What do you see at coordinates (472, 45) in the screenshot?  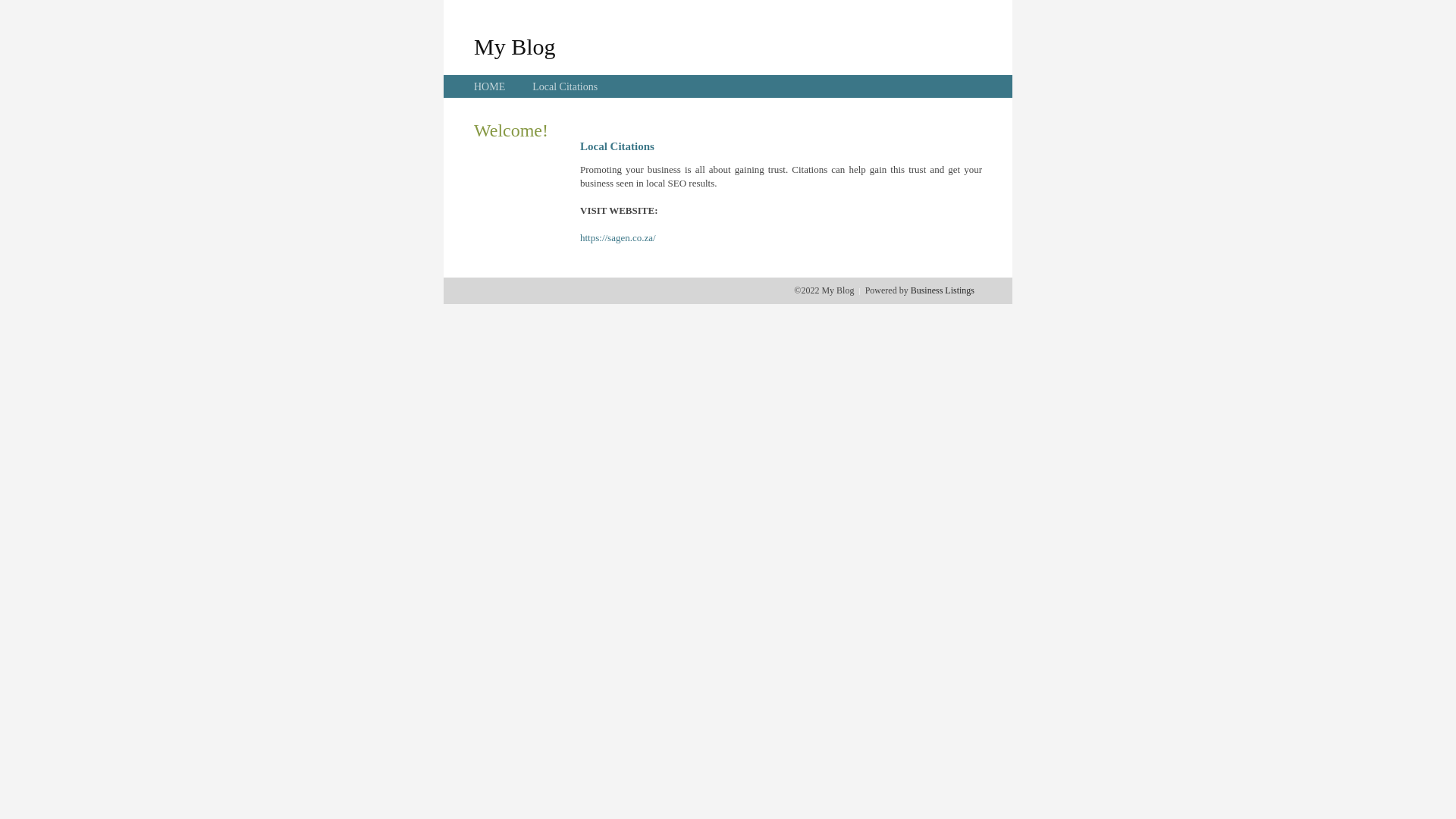 I see `'My Blog'` at bounding box center [472, 45].